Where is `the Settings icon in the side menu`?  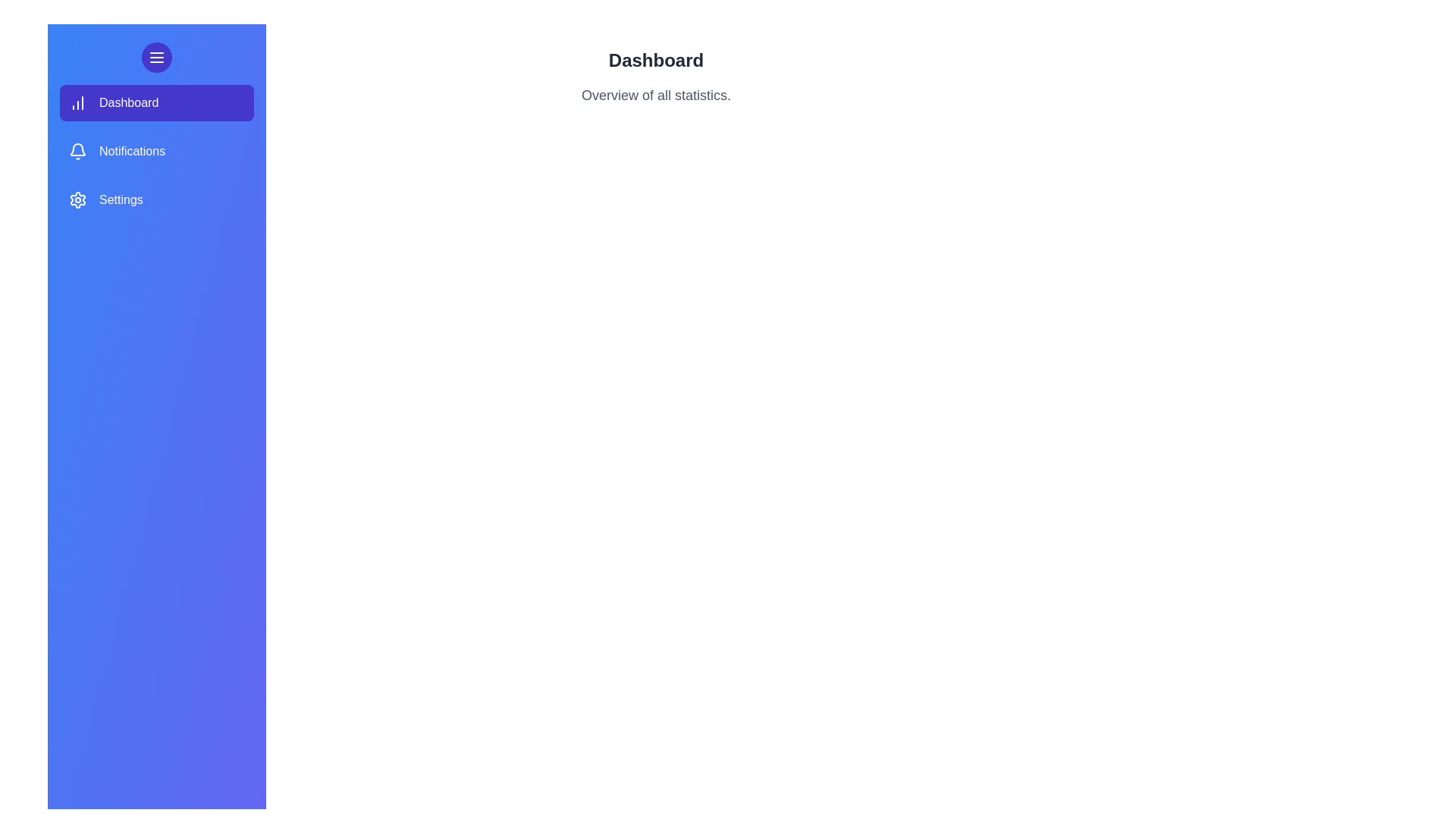
the Settings icon in the side menu is located at coordinates (77, 199).